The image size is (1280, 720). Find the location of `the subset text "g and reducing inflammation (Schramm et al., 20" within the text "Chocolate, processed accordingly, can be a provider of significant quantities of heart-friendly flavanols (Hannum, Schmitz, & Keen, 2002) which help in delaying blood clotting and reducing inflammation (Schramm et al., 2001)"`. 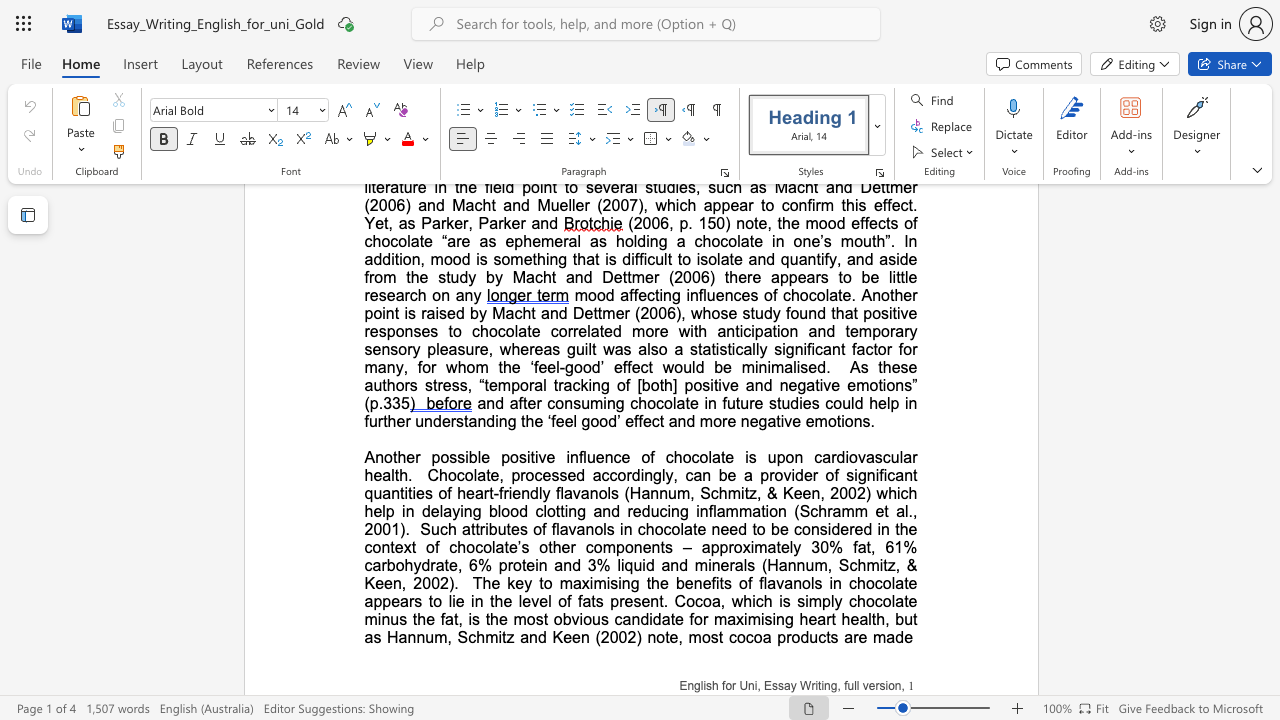

the subset text "g and reducing inflammation (Schramm et al., 20" within the text "Chocolate, processed accordingly, can be a provider of significant quantities of heart-friendly flavanols (Hannum, Schmitz, & Keen, 2002) which help in delaying blood clotting and reducing inflammation (Schramm et al., 2001)" is located at coordinates (576, 510).